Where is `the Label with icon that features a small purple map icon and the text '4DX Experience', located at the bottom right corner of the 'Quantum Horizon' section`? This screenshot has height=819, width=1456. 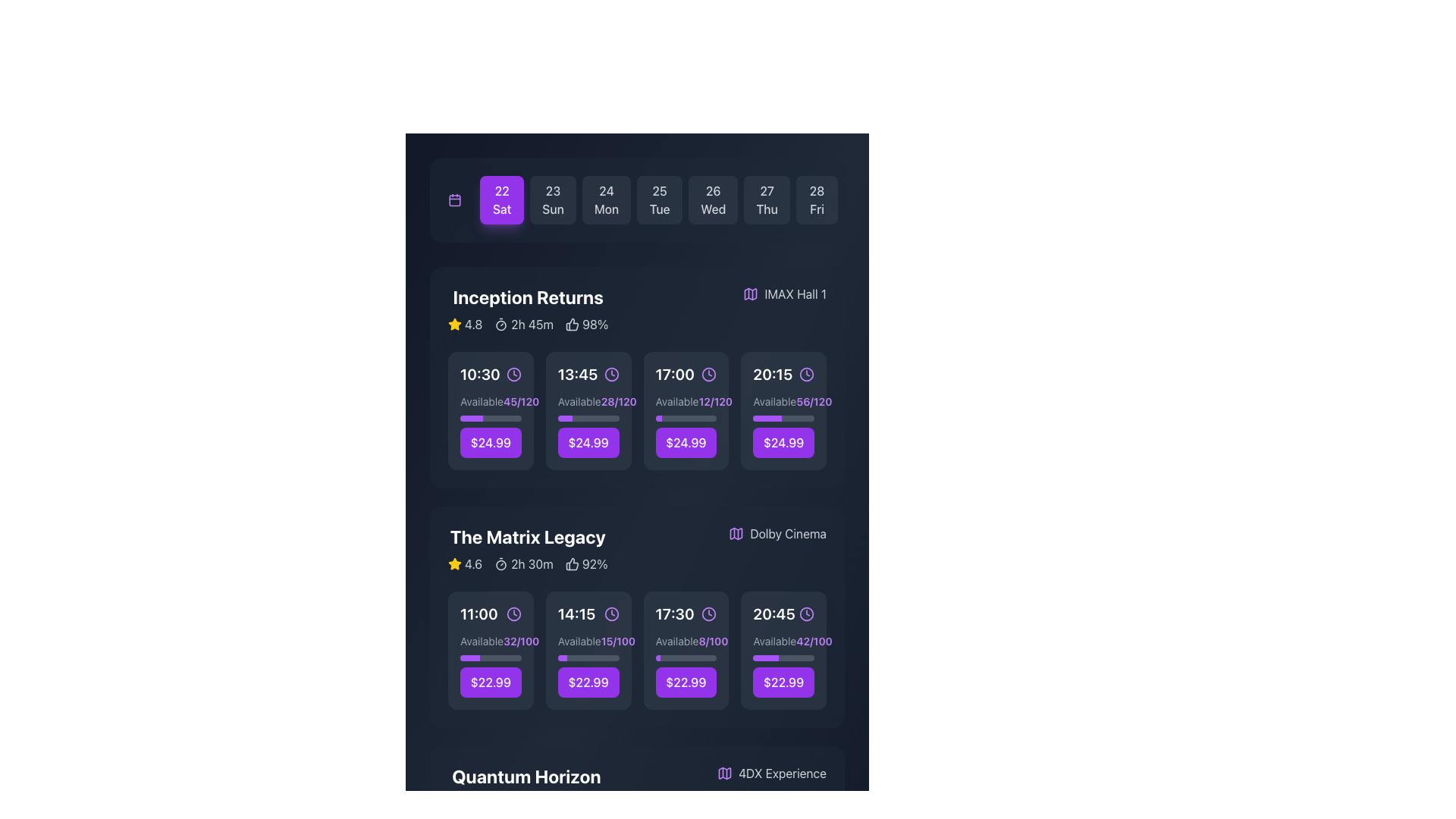
the Label with icon that features a small purple map icon and the text '4DX Experience', located at the bottom right corner of the 'Quantum Horizon' section is located at coordinates (771, 773).